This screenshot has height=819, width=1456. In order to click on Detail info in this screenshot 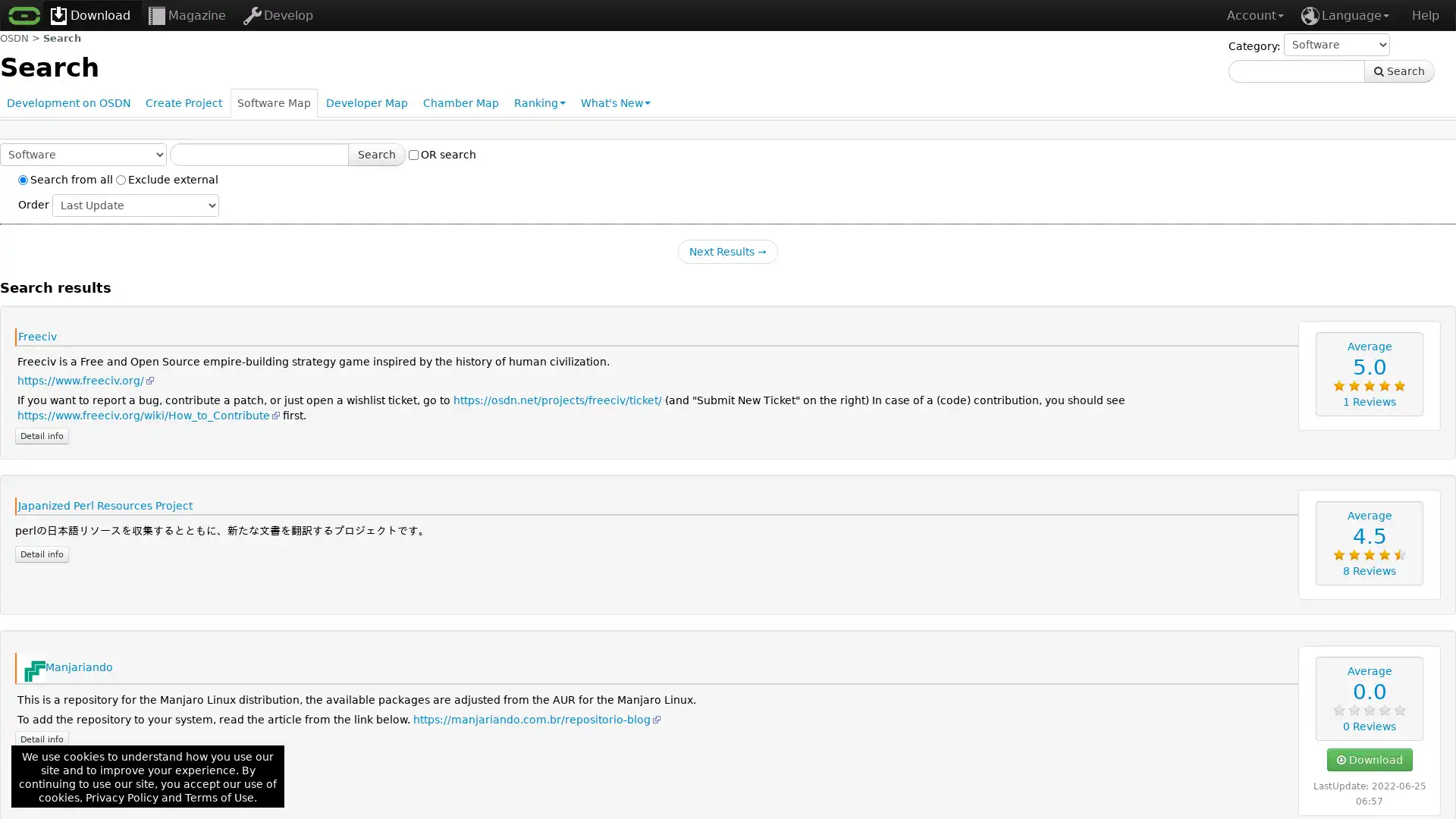, I will do `click(42, 553)`.